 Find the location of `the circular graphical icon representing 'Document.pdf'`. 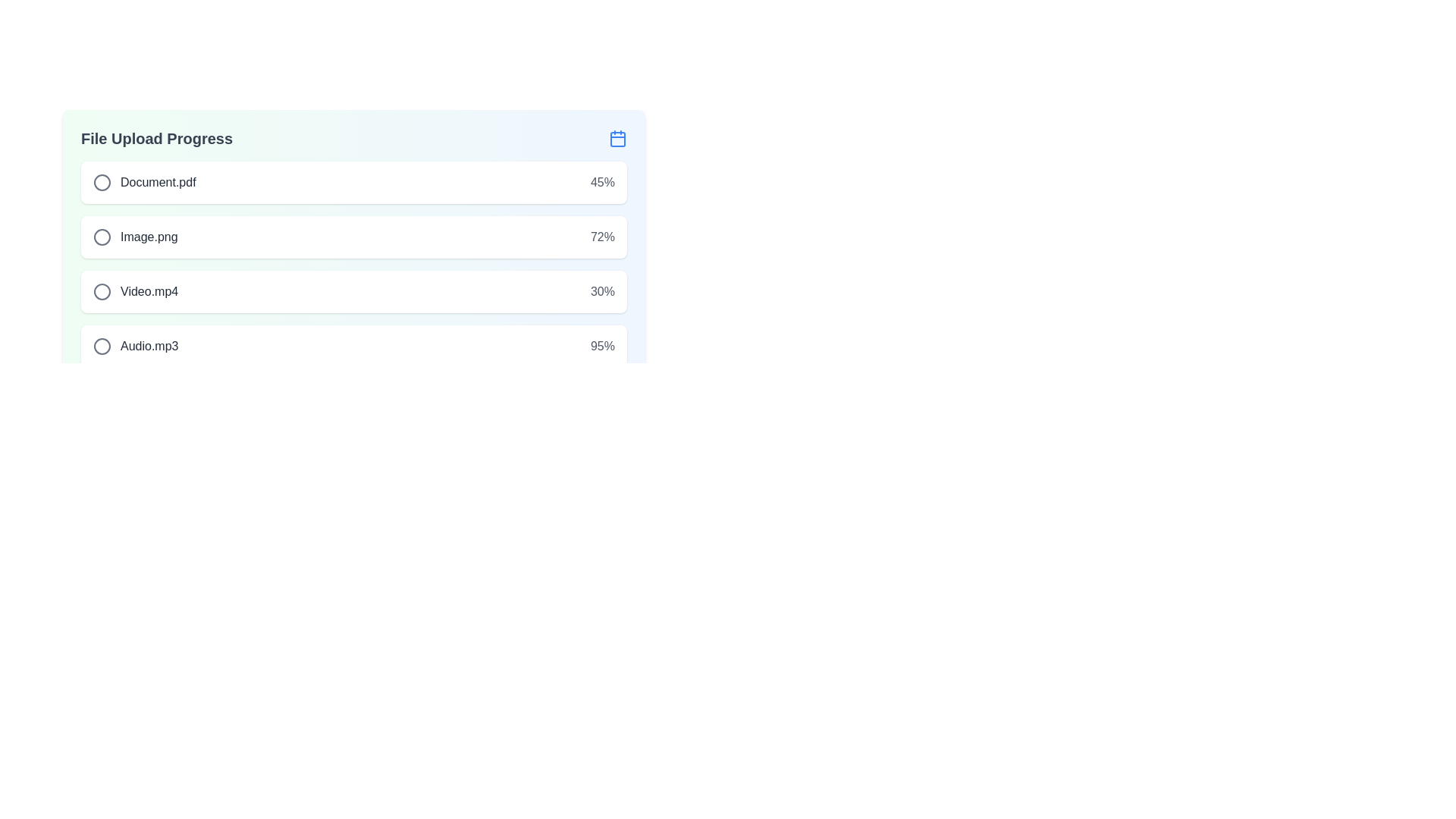

the circular graphical icon representing 'Document.pdf' is located at coordinates (101, 181).